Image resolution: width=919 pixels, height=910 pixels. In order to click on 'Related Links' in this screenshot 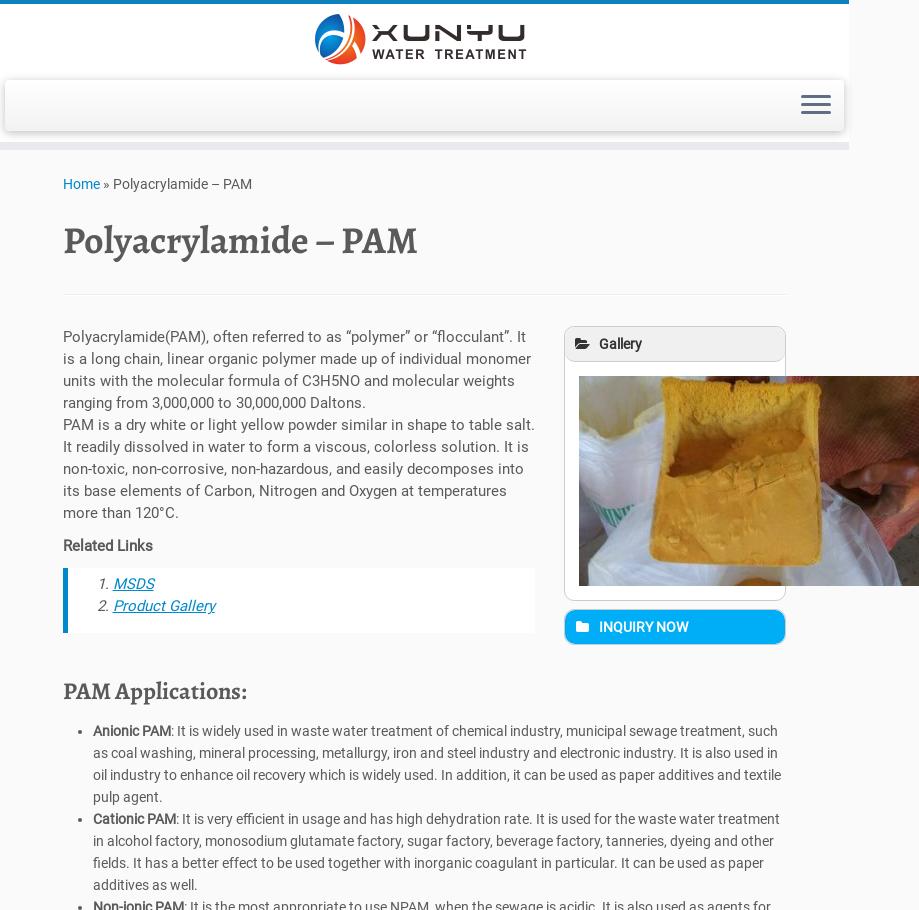, I will do `click(105, 550)`.